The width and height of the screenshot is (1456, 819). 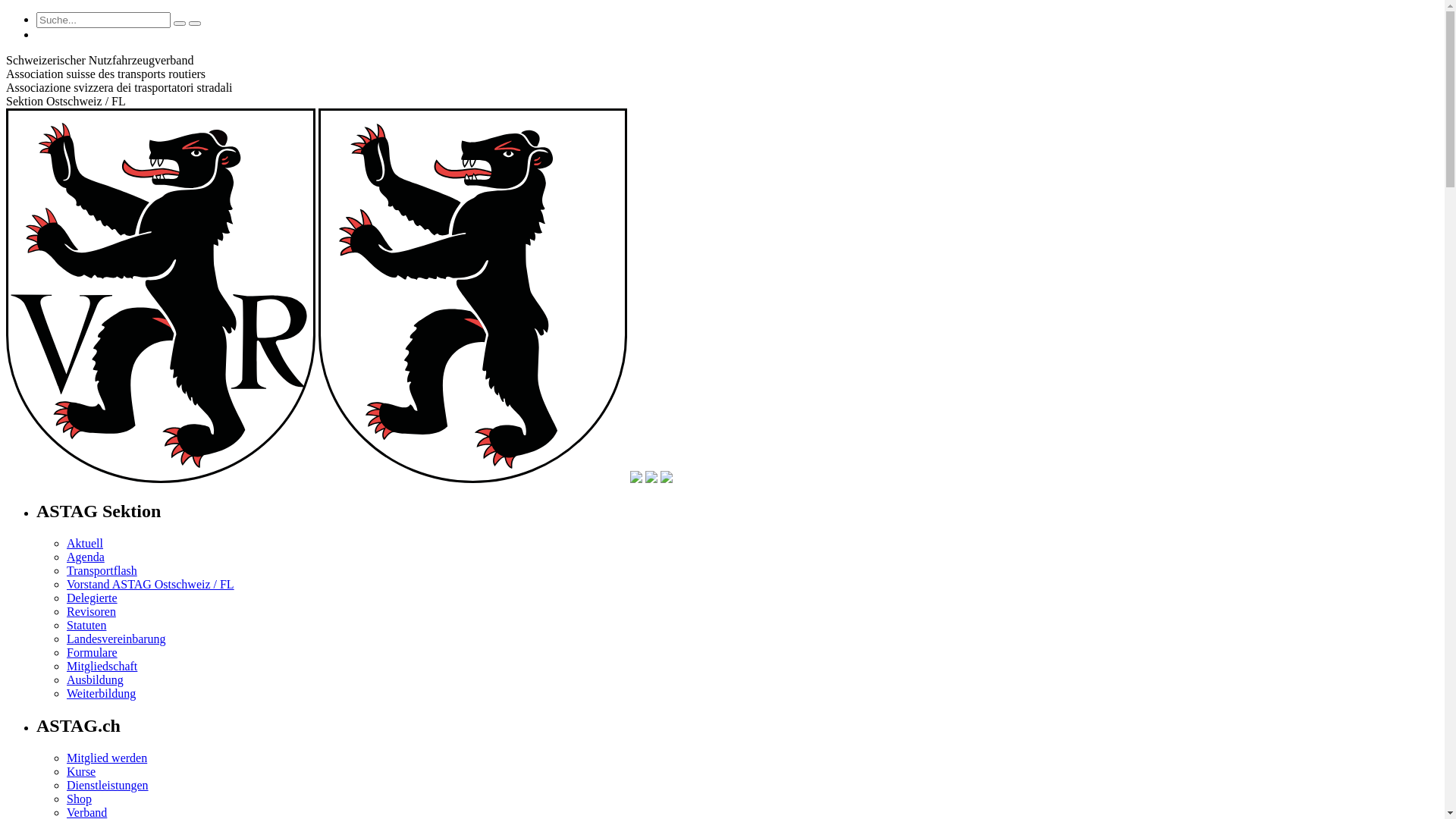 What do you see at coordinates (101, 665) in the screenshot?
I see `'Mitgliedschaft'` at bounding box center [101, 665].